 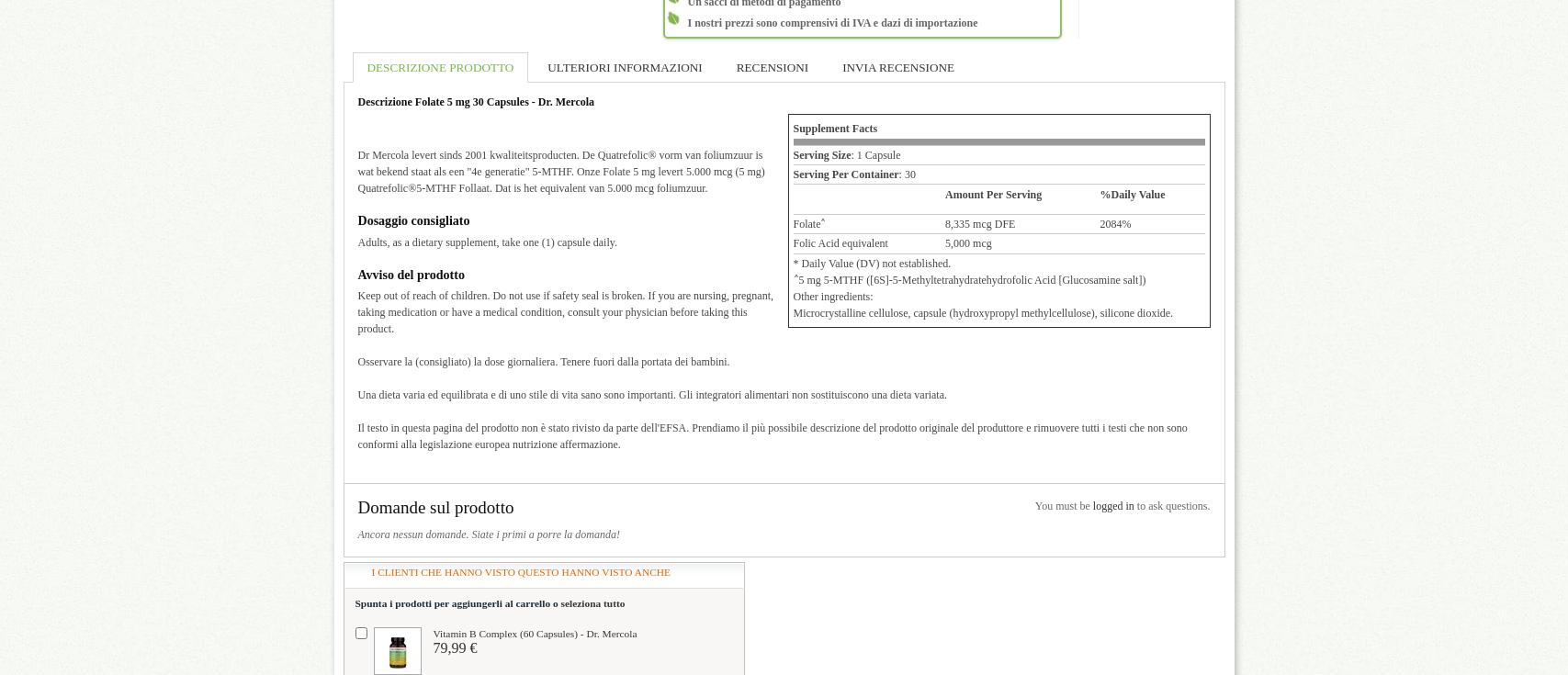 I want to click on 'Spunta i prodotti per aggiungerli al carrello o', so click(x=457, y=602).